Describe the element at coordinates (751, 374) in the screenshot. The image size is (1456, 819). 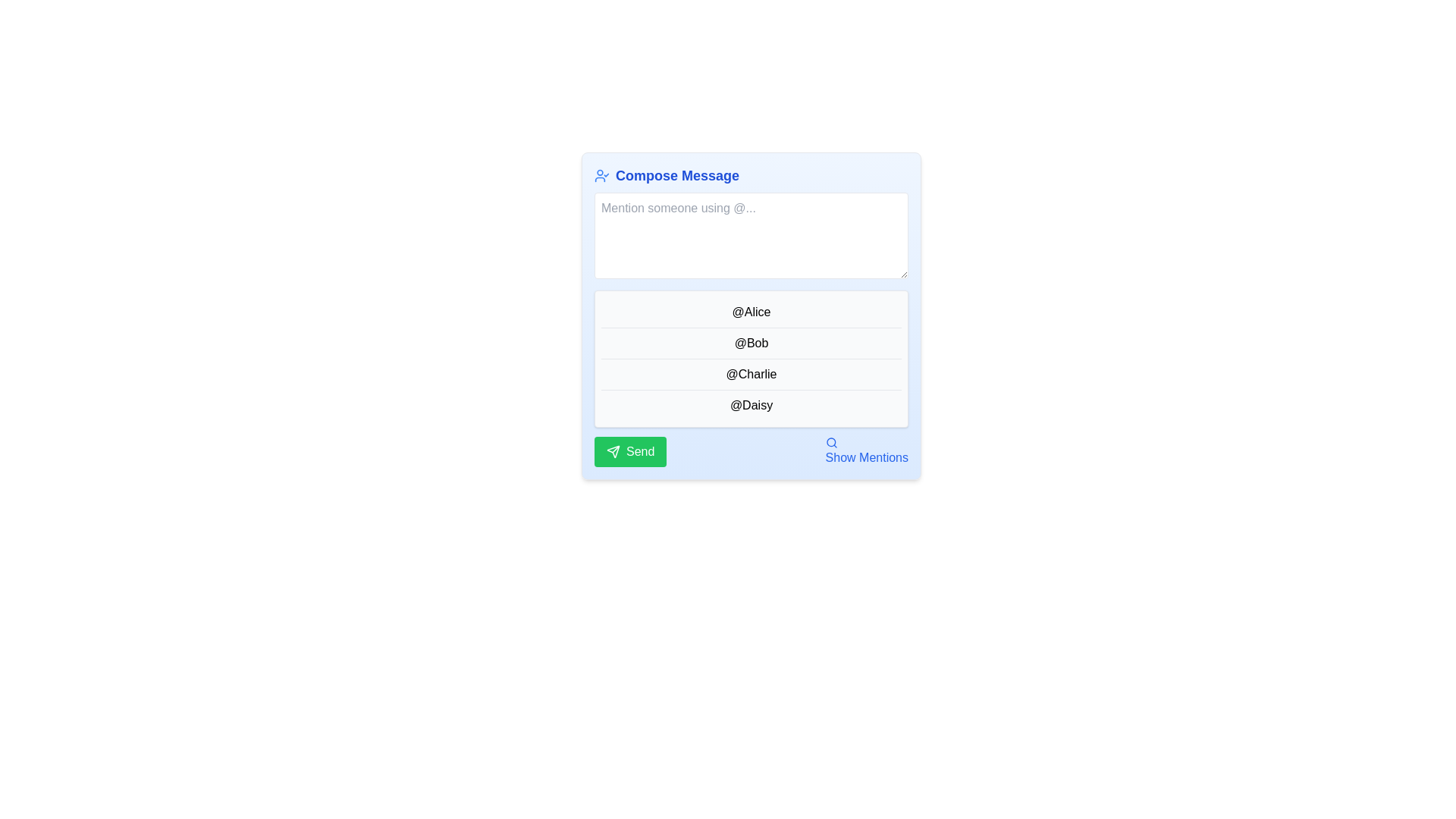
I see `the text item representing user '@Charlie' in the selectable list, which is the third item between '@Bob' and '@Daisy'` at that location.